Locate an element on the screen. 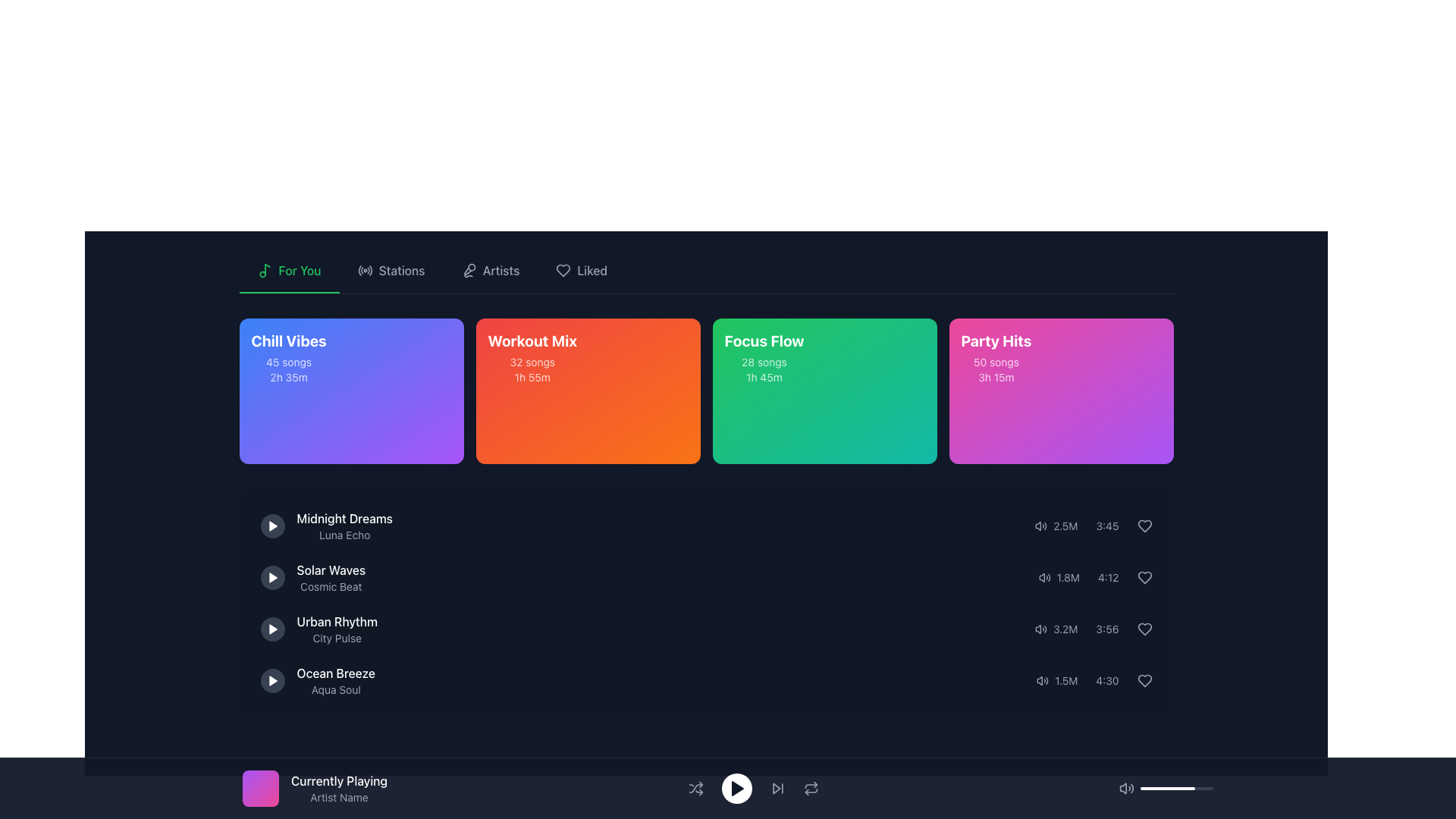 The width and height of the screenshot is (1456, 819). the volume is located at coordinates (1142, 788).